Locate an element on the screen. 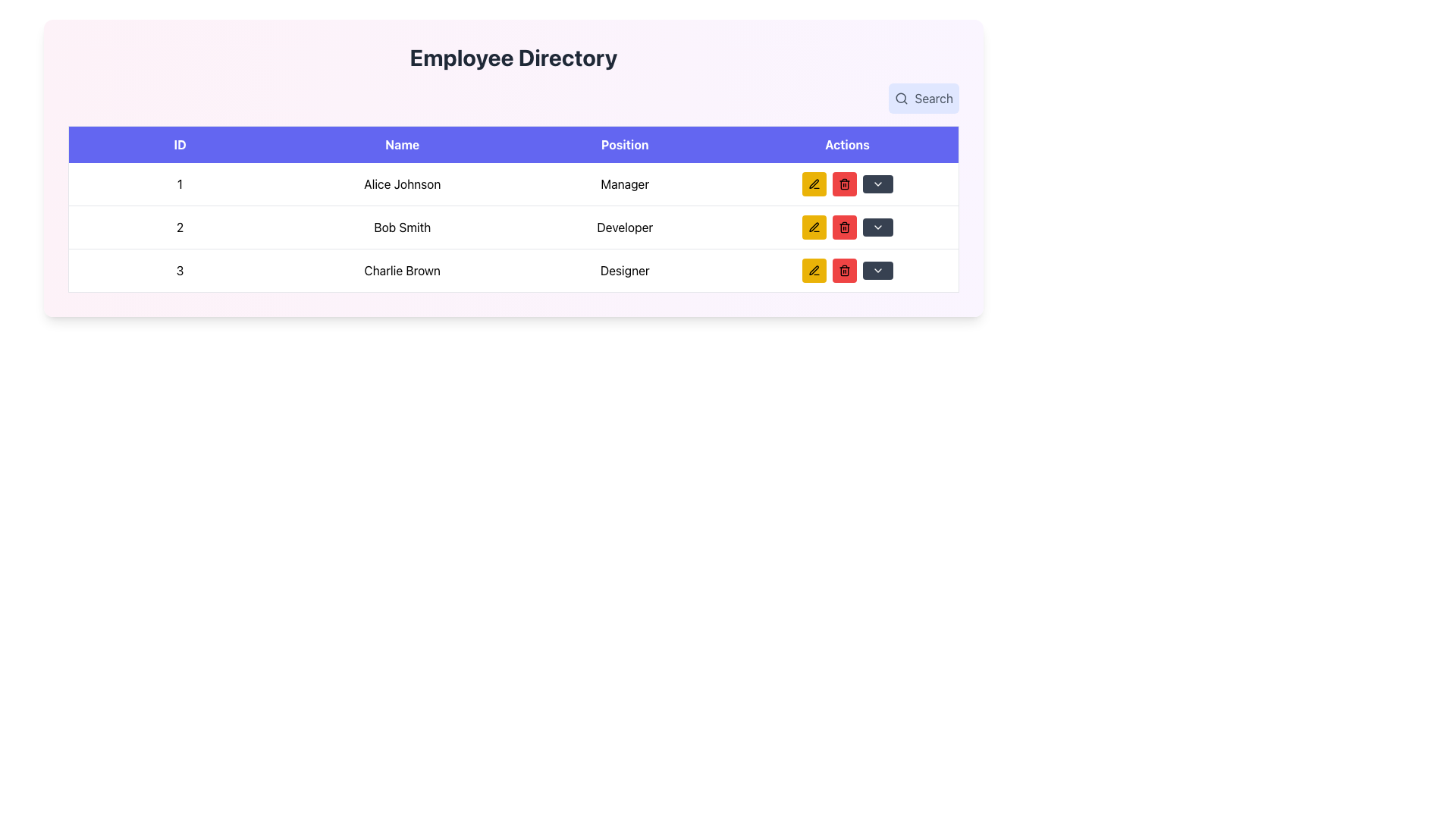  the employee directory table row for 'Charlie Brown', ID '3' is located at coordinates (513, 270).